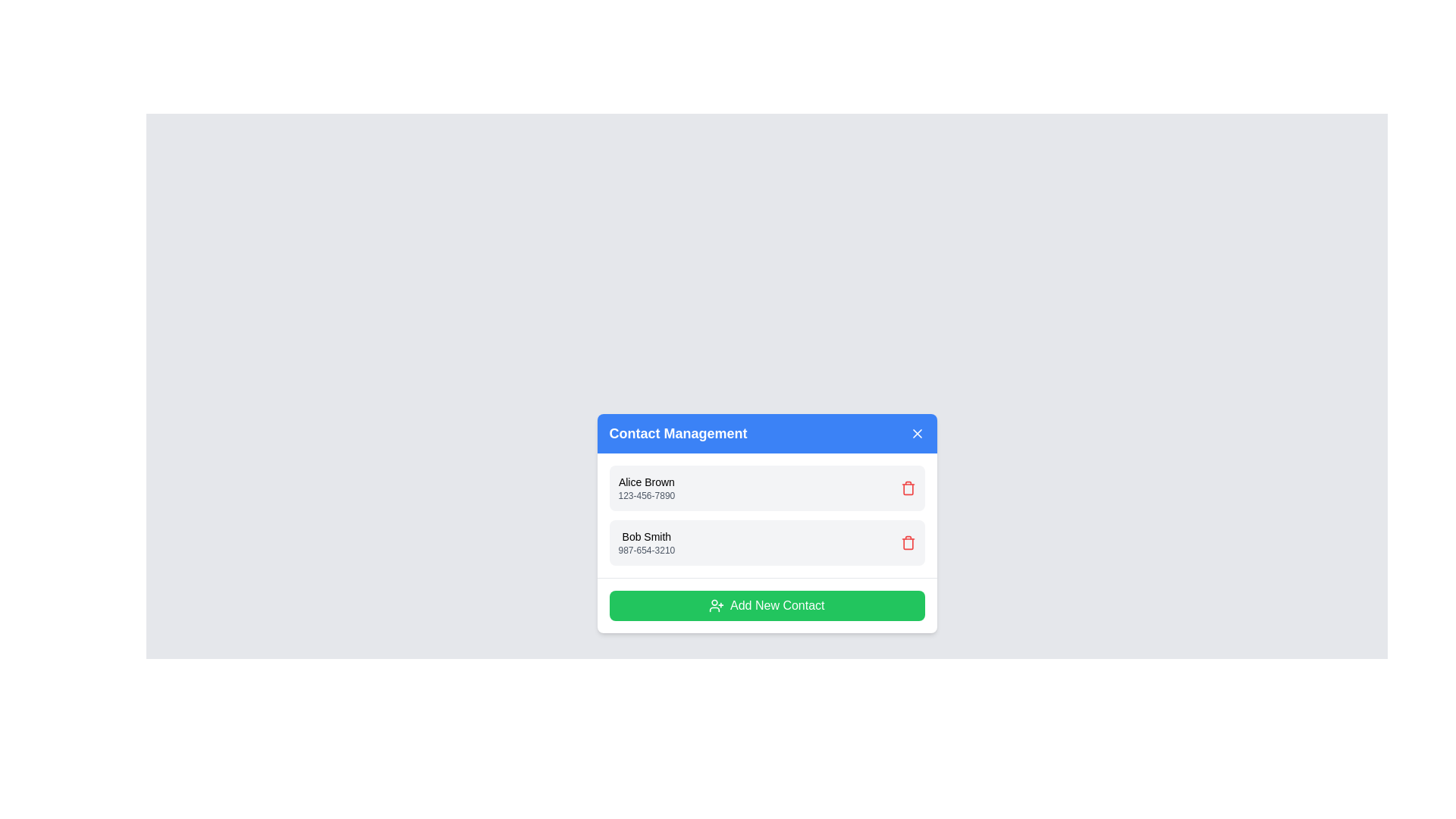 Image resolution: width=1456 pixels, height=819 pixels. I want to click on 'Add New Contact' button to initiate adding a new contact, so click(767, 604).